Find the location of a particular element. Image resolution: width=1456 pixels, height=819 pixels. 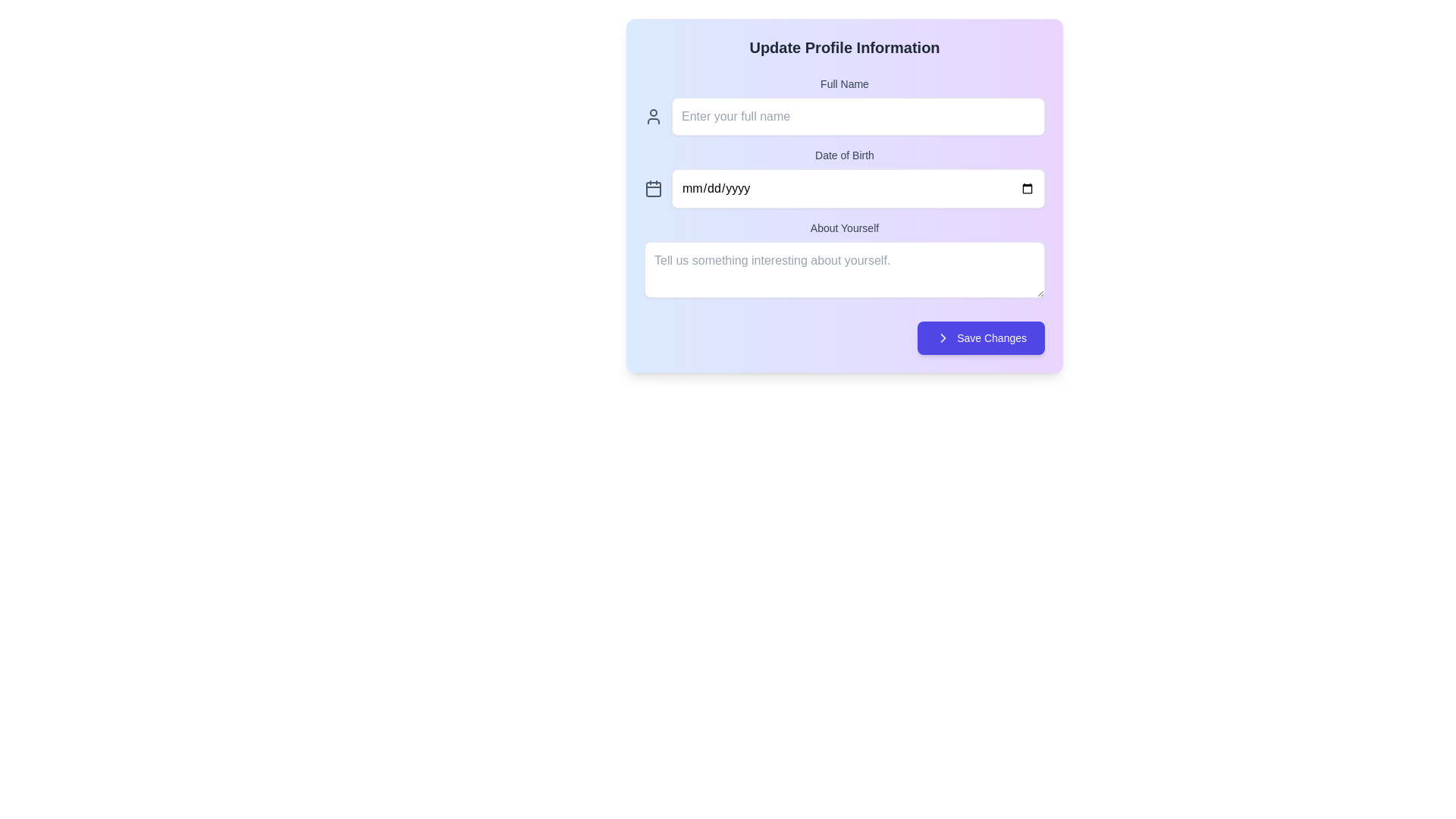

the 'About Yourself' label, which is a small, gray text label centrally aligned above the input field for personal information is located at coordinates (843, 227).